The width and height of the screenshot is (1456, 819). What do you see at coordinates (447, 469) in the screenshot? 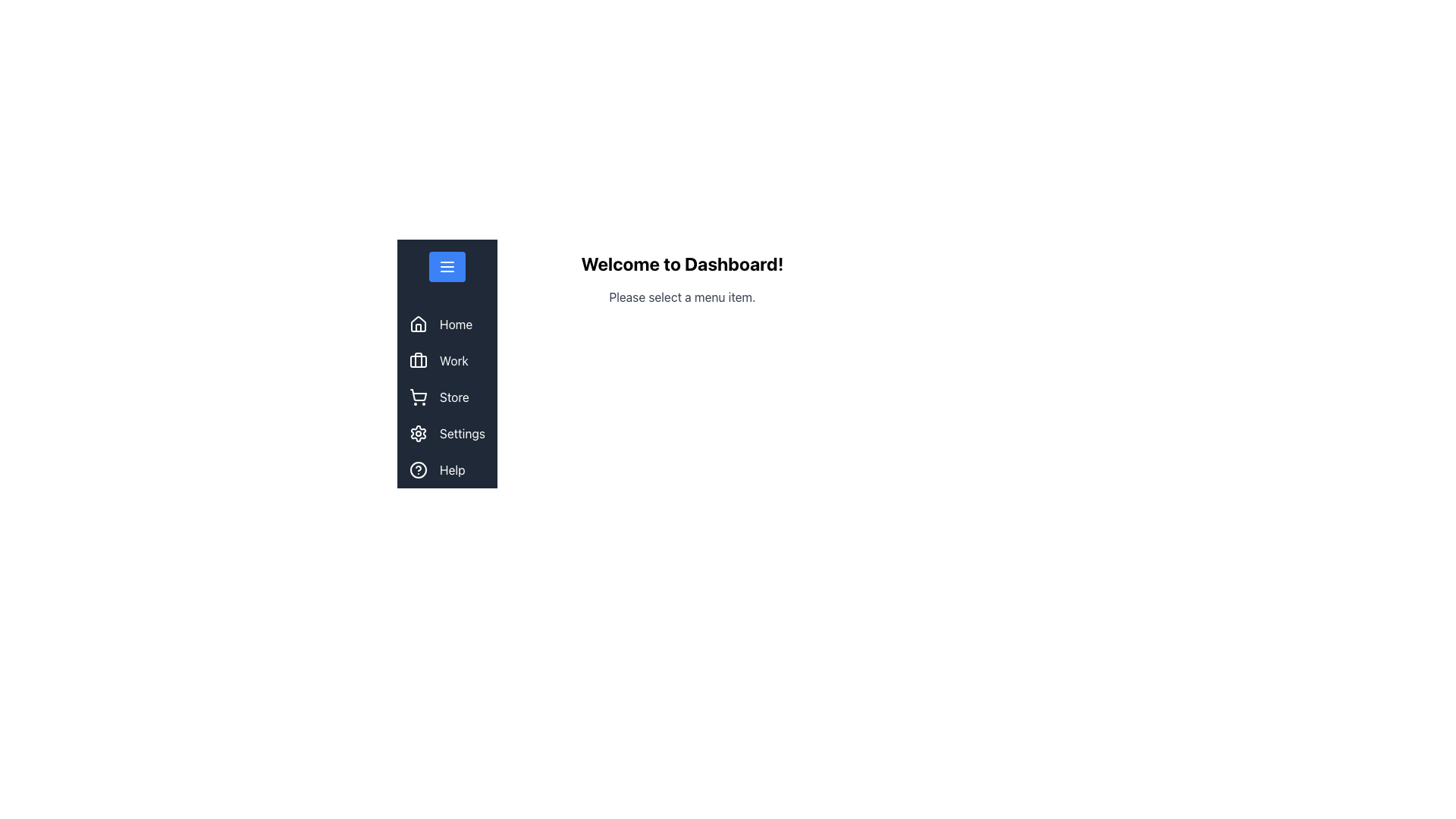
I see `the 'Help' label with the question mark icon` at bounding box center [447, 469].